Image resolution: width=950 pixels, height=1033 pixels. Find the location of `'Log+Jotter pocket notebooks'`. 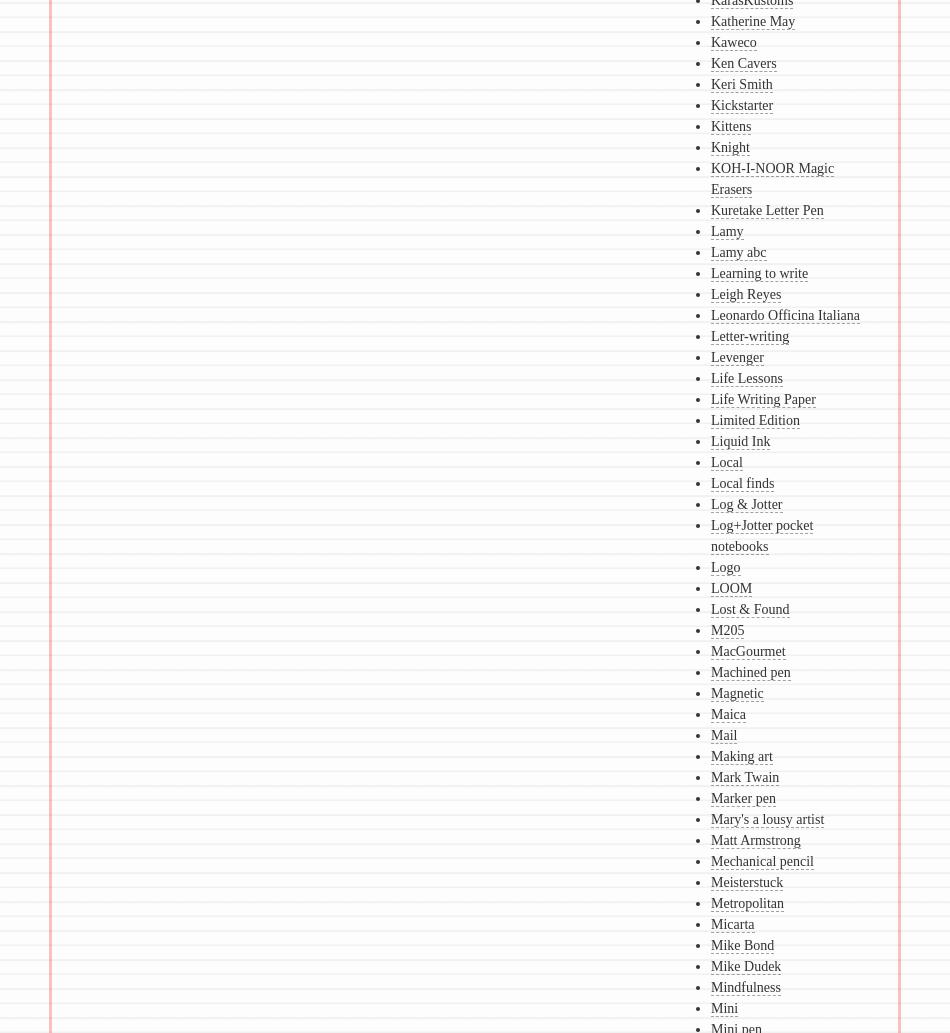

'Log+Jotter pocket notebooks' is located at coordinates (760, 535).